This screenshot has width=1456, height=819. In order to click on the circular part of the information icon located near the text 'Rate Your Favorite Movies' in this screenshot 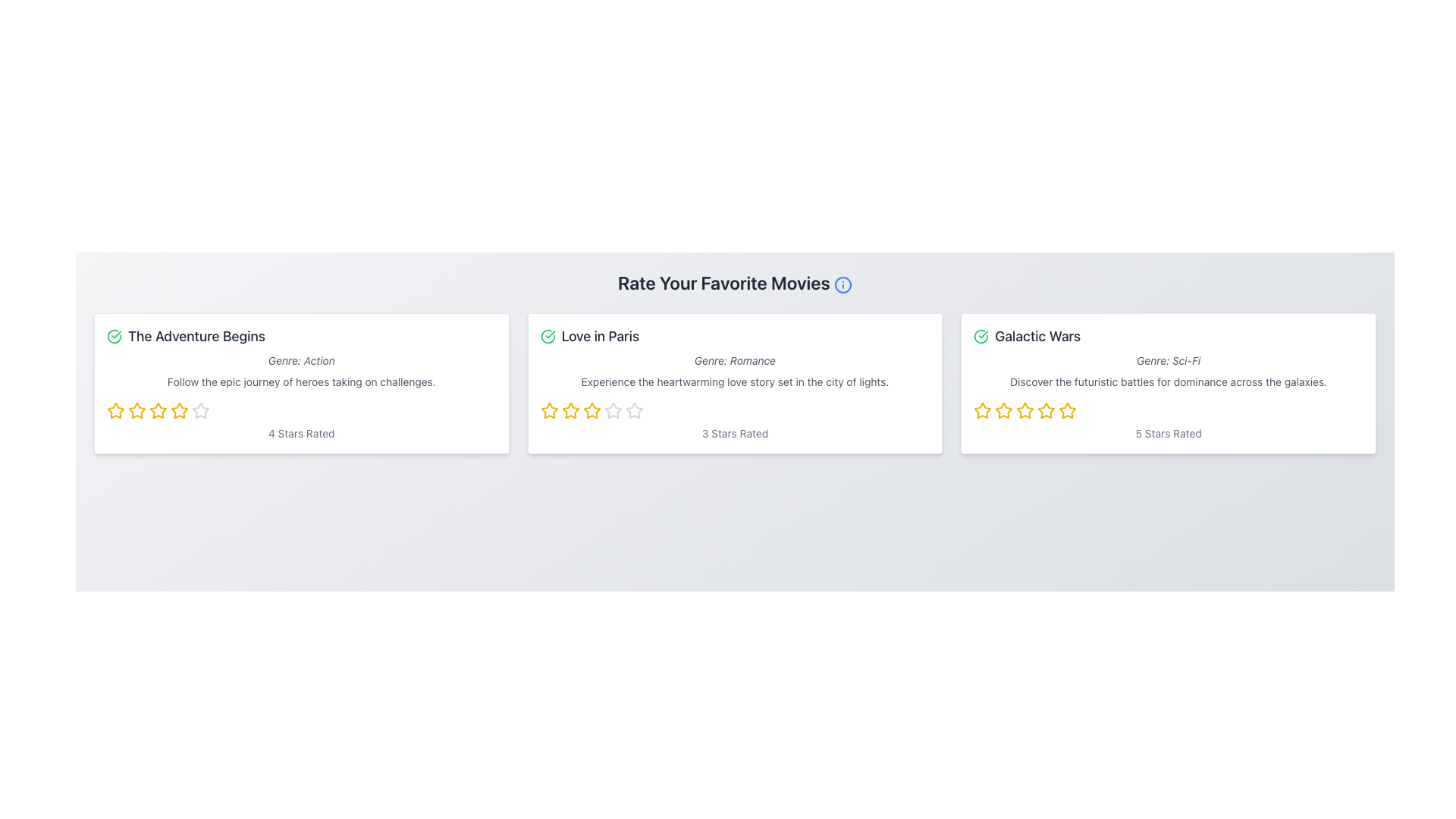, I will do `click(842, 284)`.